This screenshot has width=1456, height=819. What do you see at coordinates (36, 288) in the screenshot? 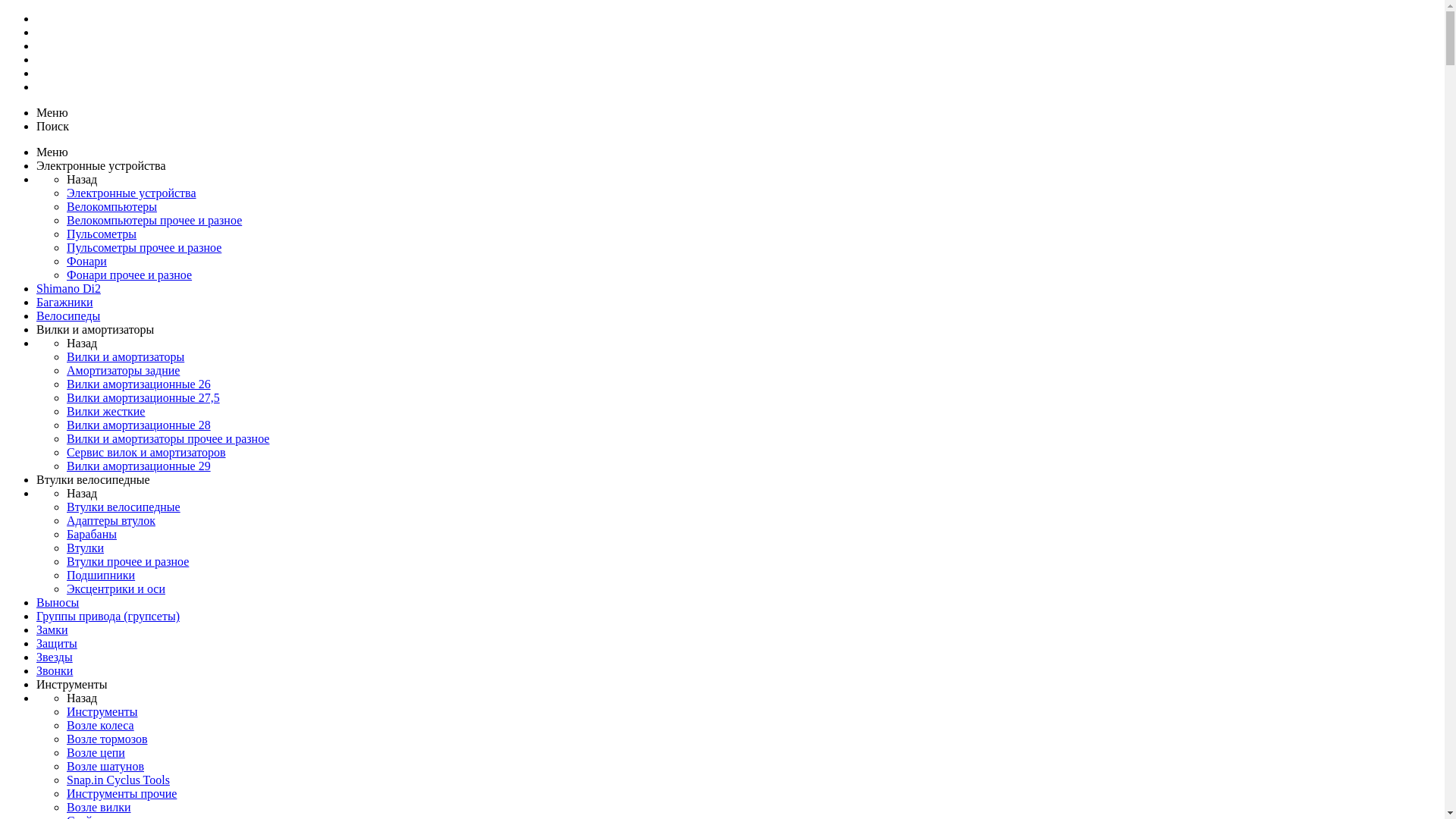
I see `'Shimano Di2'` at bounding box center [36, 288].